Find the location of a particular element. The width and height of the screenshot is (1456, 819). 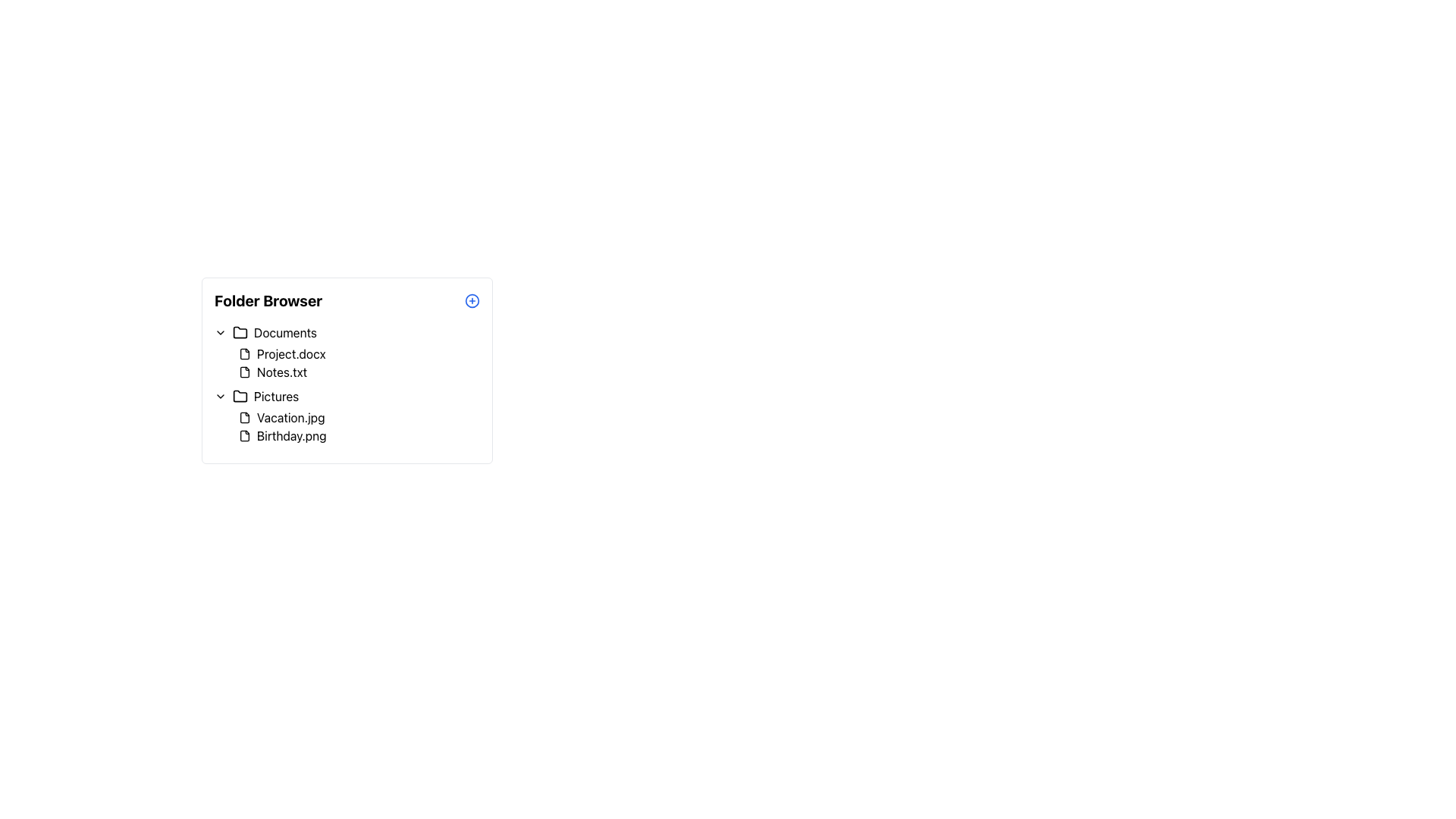

the file representation element labeled 'Birthday.png' located in the 'Pictures' folder is located at coordinates (356, 435).